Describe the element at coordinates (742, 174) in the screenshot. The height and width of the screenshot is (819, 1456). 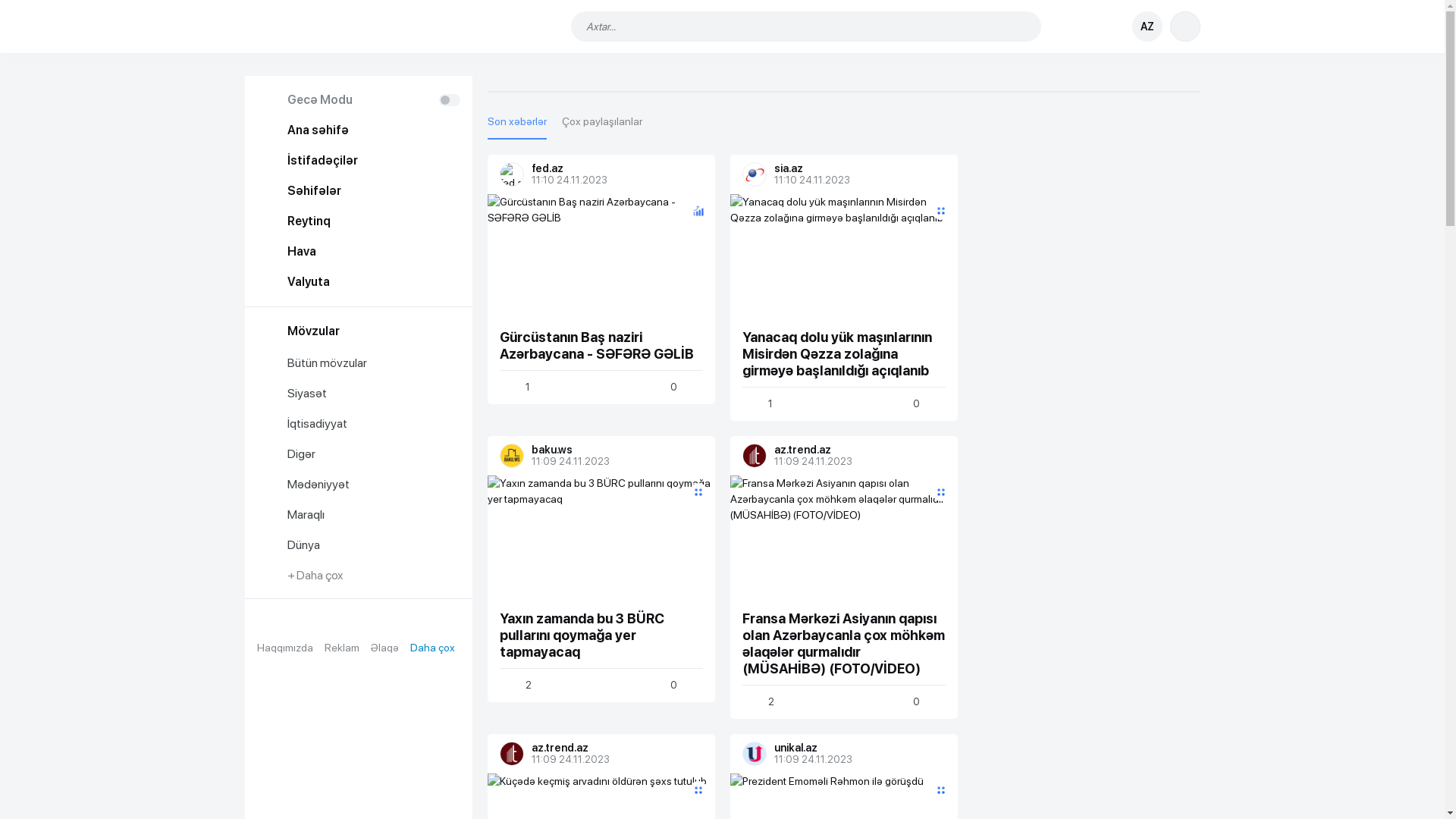
I see `'sia.az'` at that location.